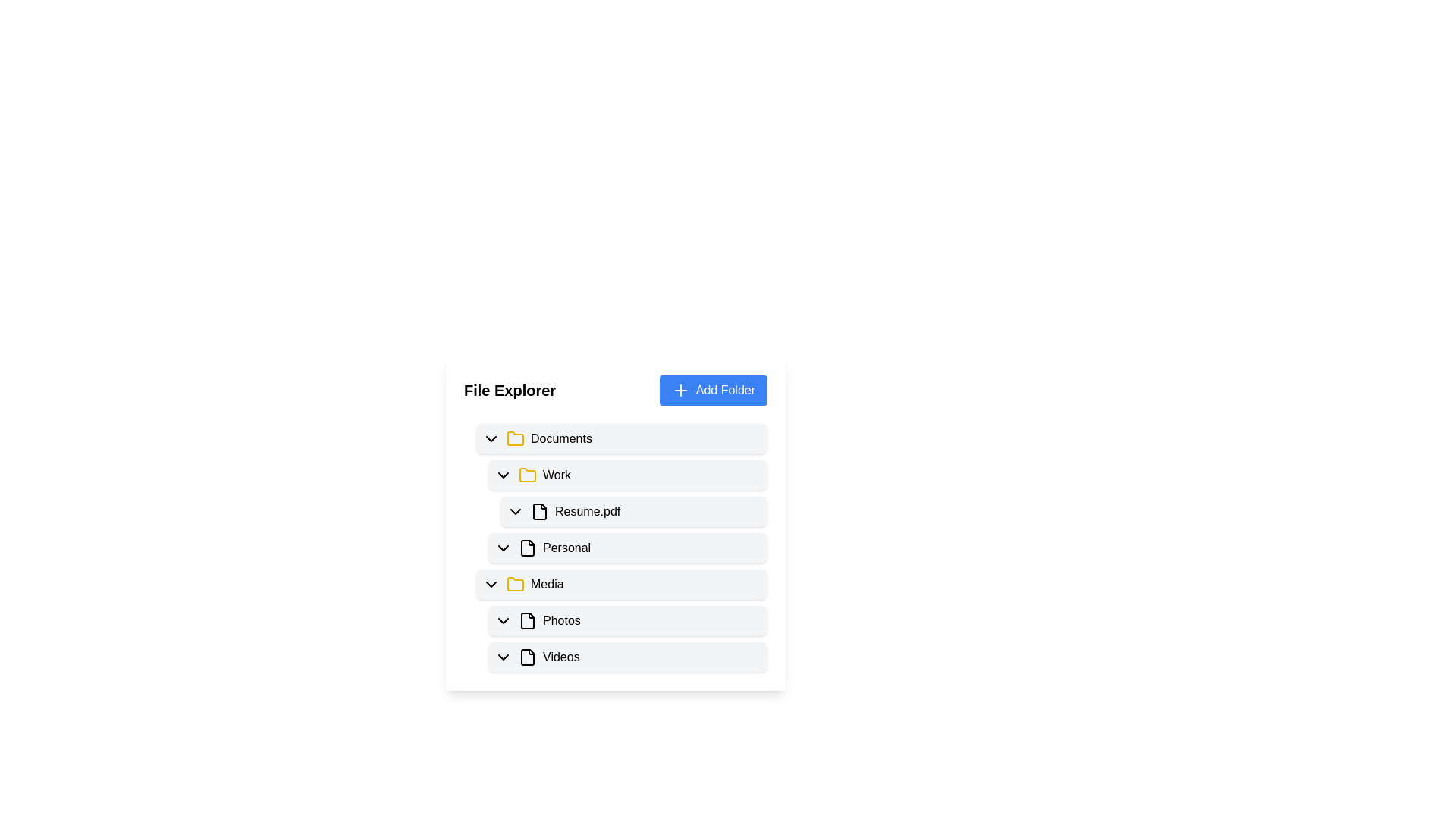 The width and height of the screenshot is (1456, 819). I want to click on the 'Work' folder, so click(628, 475).